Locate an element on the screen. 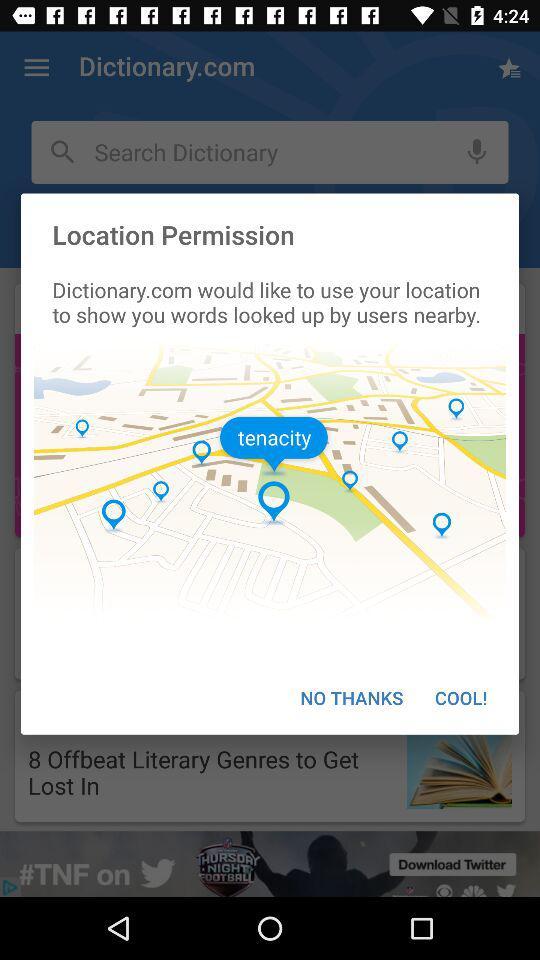 The image size is (540, 960). item to the left of the cool! is located at coordinates (350, 697).